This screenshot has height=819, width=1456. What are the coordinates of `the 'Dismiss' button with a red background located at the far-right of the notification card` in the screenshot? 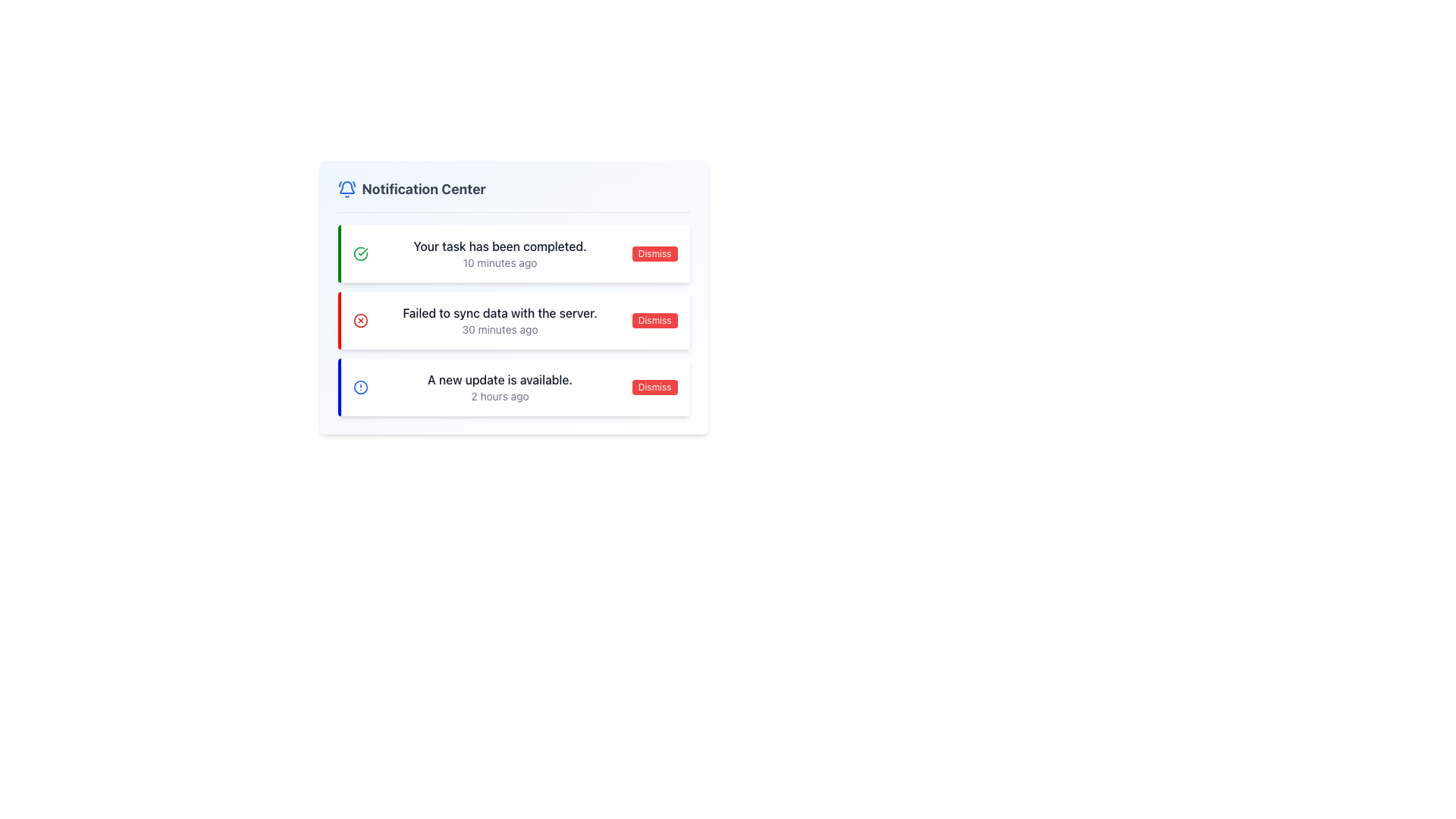 It's located at (654, 386).